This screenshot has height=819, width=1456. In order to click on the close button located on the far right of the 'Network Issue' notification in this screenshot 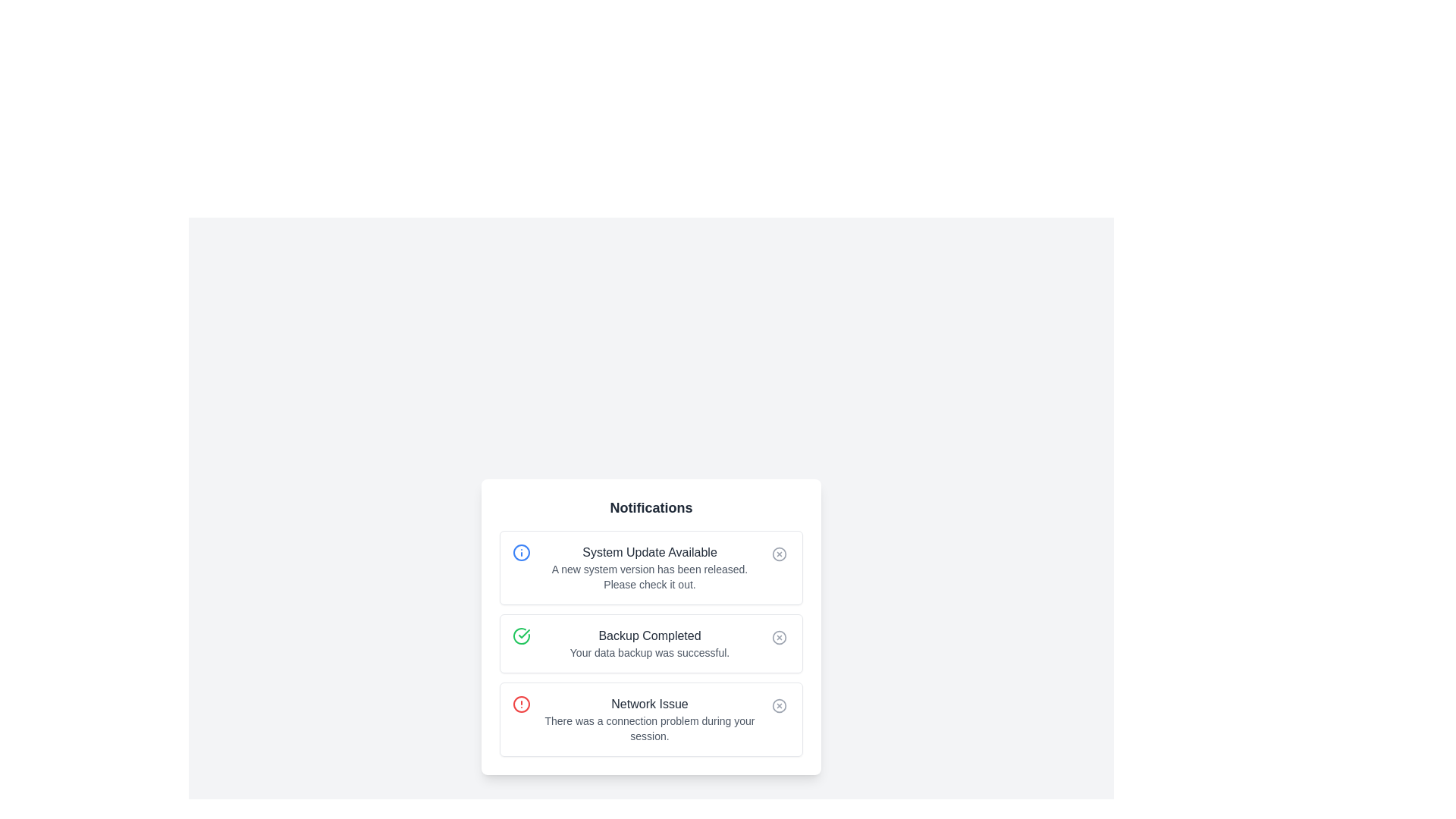, I will do `click(779, 705)`.